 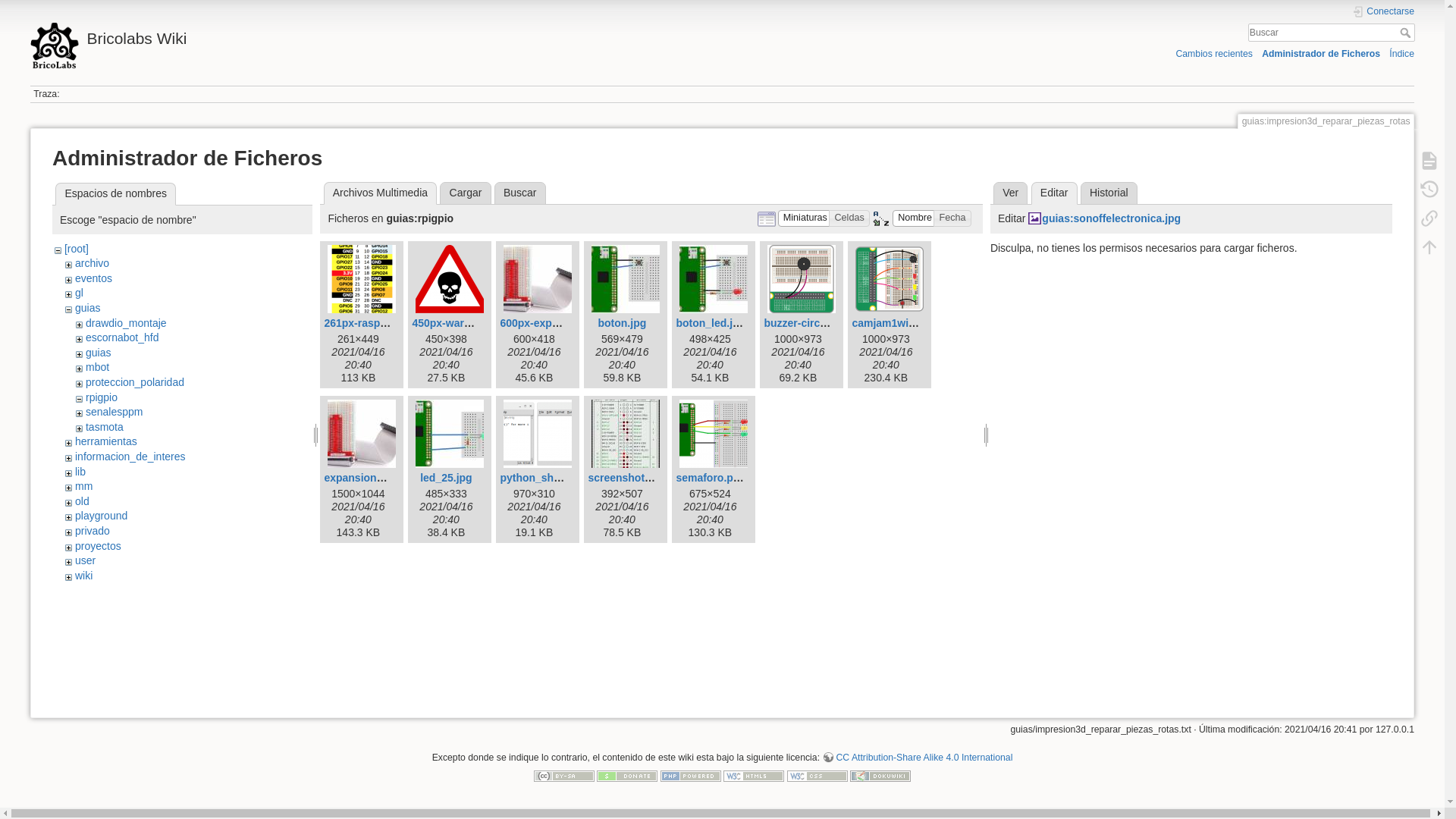 What do you see at coordinates (690, 775) in the screenshot?
I see `'Powered by PHP'` at bounding box center [690, 775].